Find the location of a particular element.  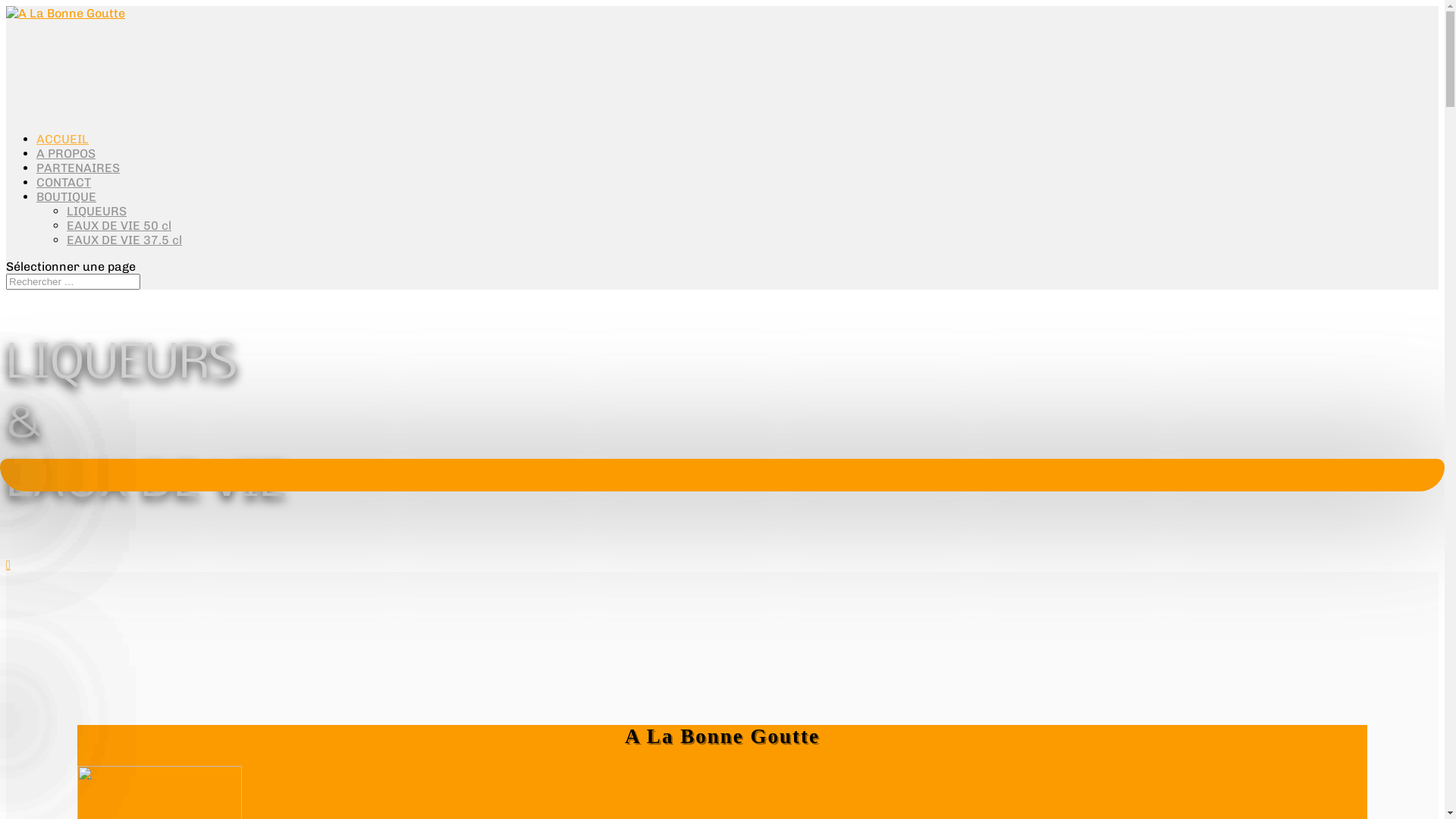

'EAUX DE VIE 37.5 cl' is located at coordinates (124, 239).